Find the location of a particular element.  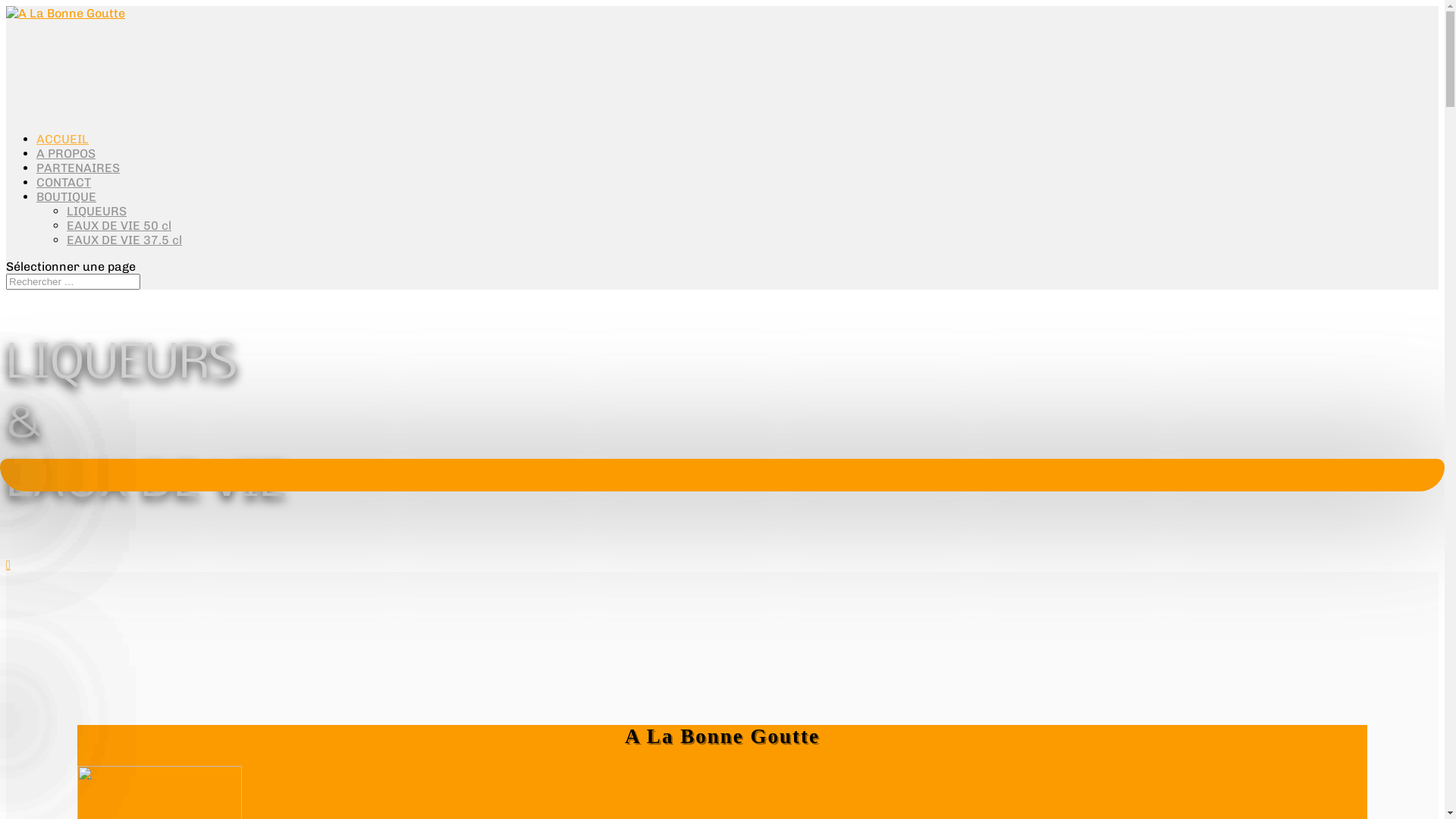

'EAUX DE VIE 37.5 cl' is located at coordinates (124, 239).